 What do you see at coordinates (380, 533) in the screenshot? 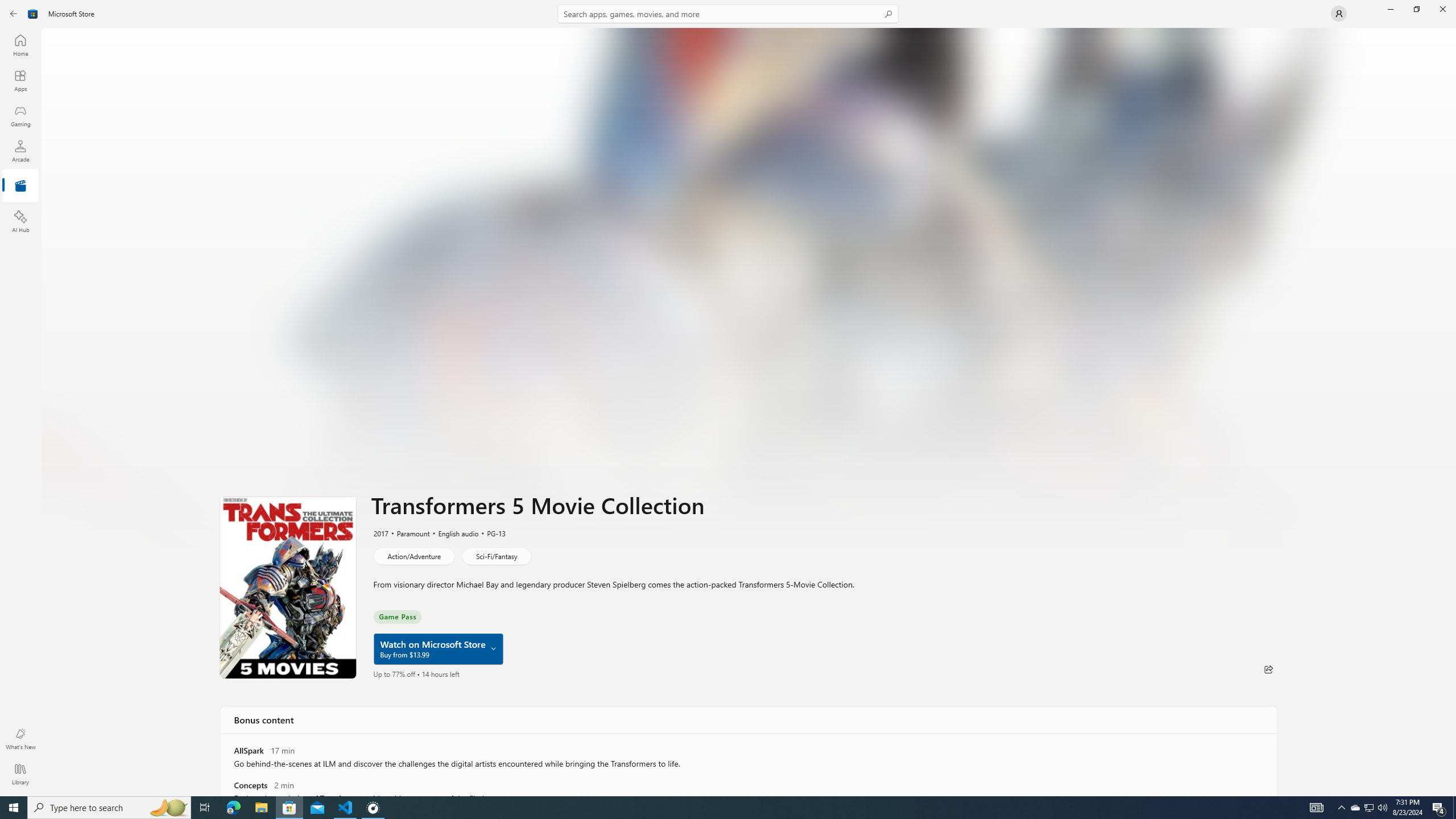
I see `'2017'` at bounding box center [380, 533].